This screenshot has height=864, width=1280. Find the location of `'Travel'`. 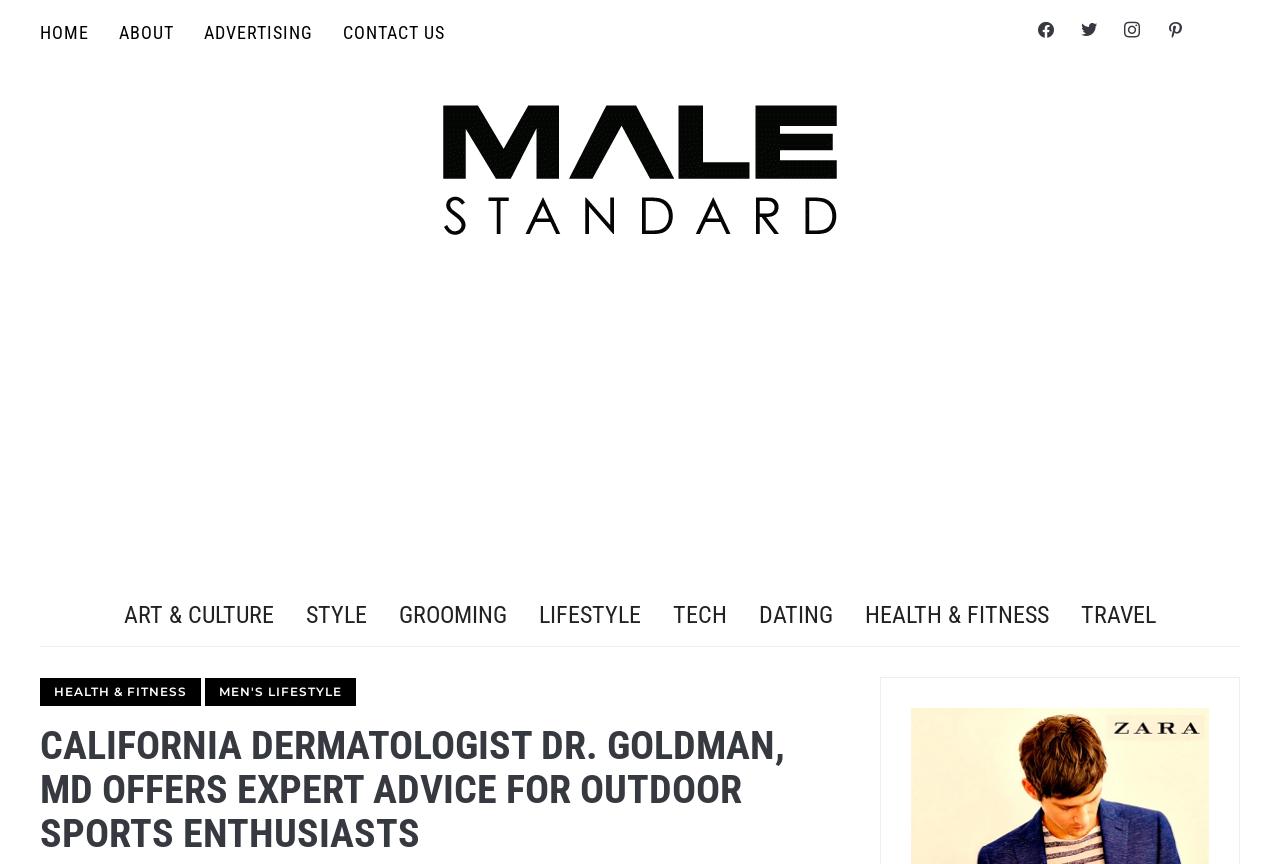

'Travel' is located at coordinates (1117, 613).